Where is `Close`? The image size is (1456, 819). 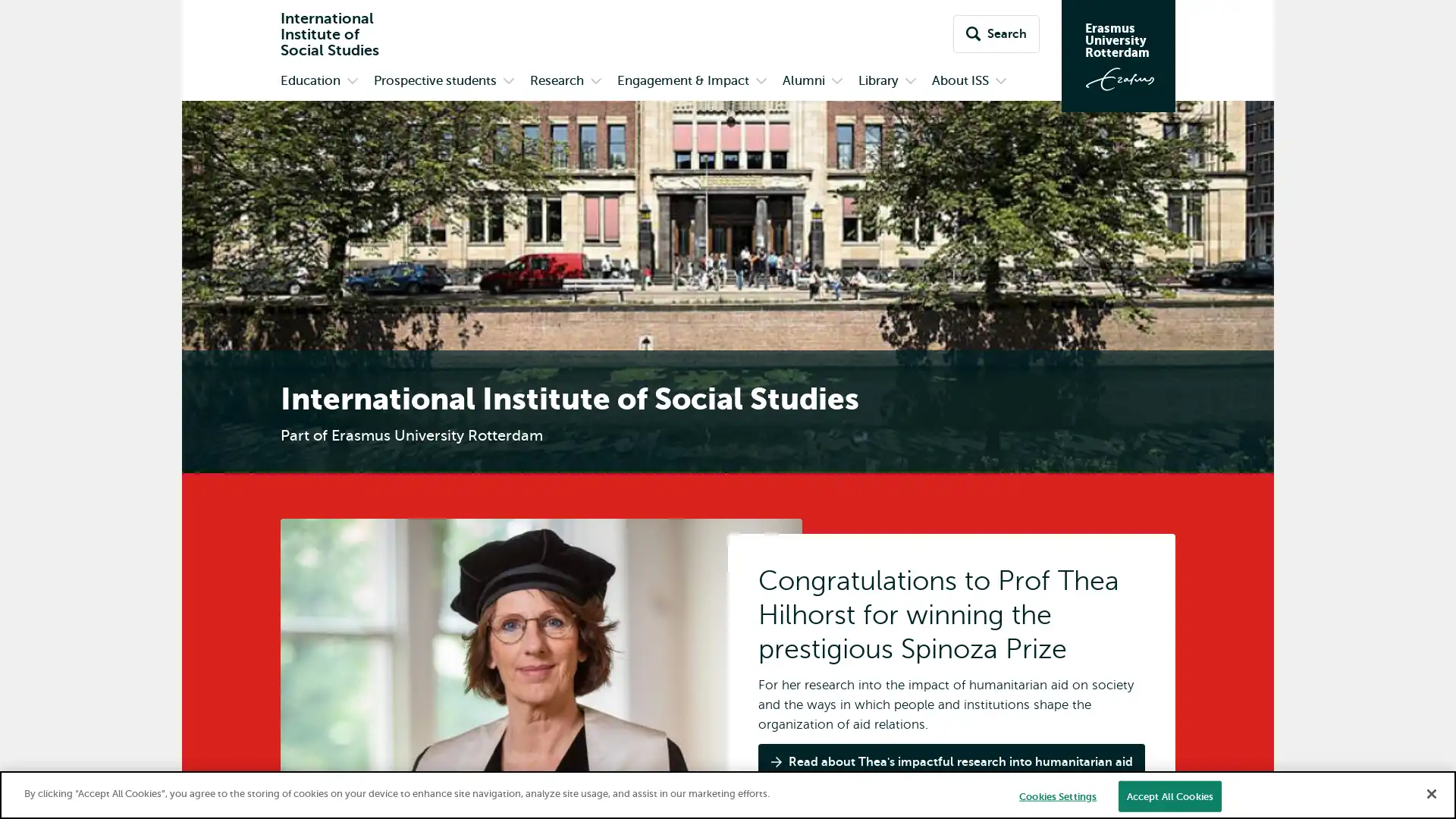
Close is located at coordinates (1430, 792).